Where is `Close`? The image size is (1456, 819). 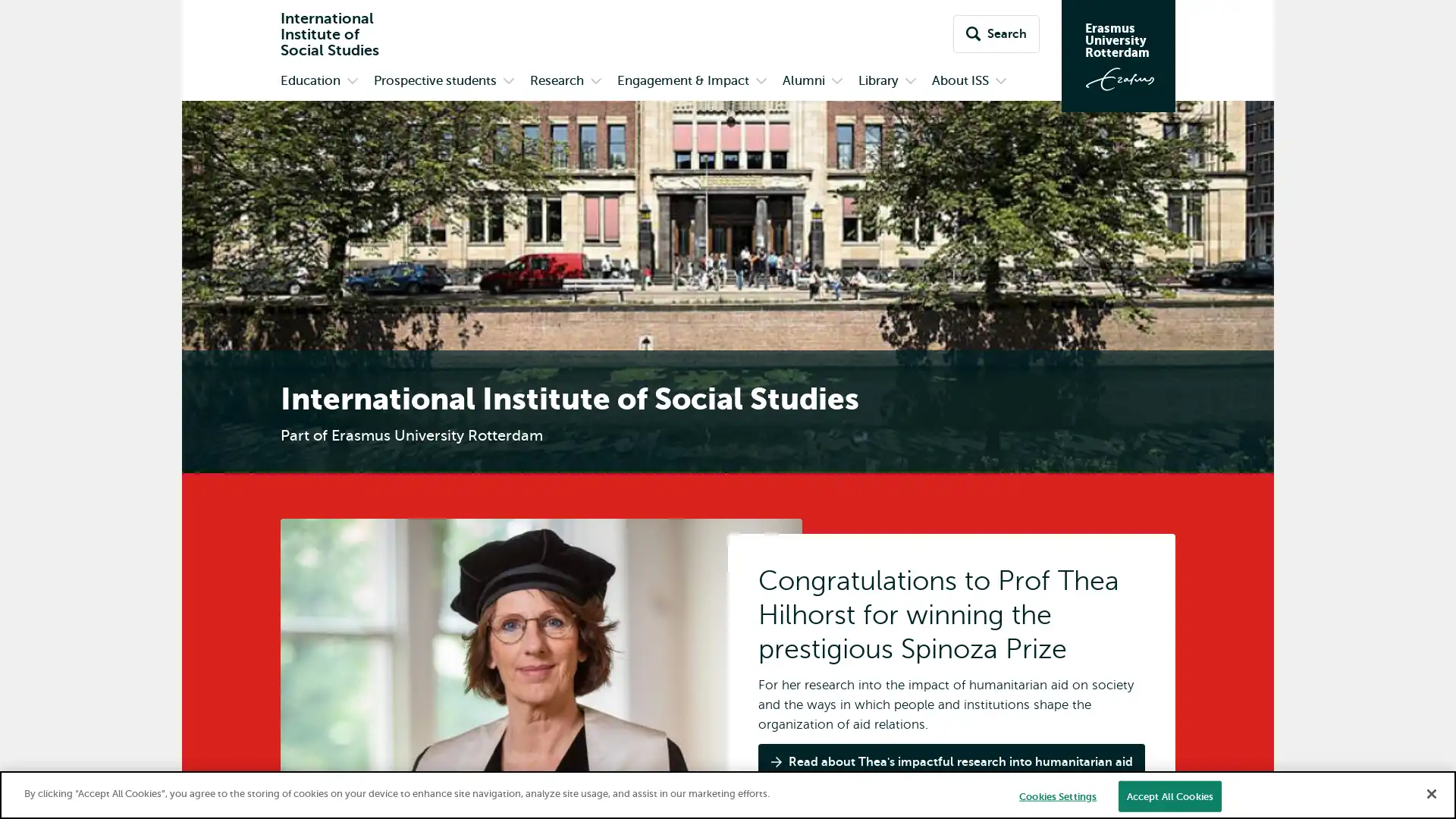
Close is located at coordinates (1430, 792).